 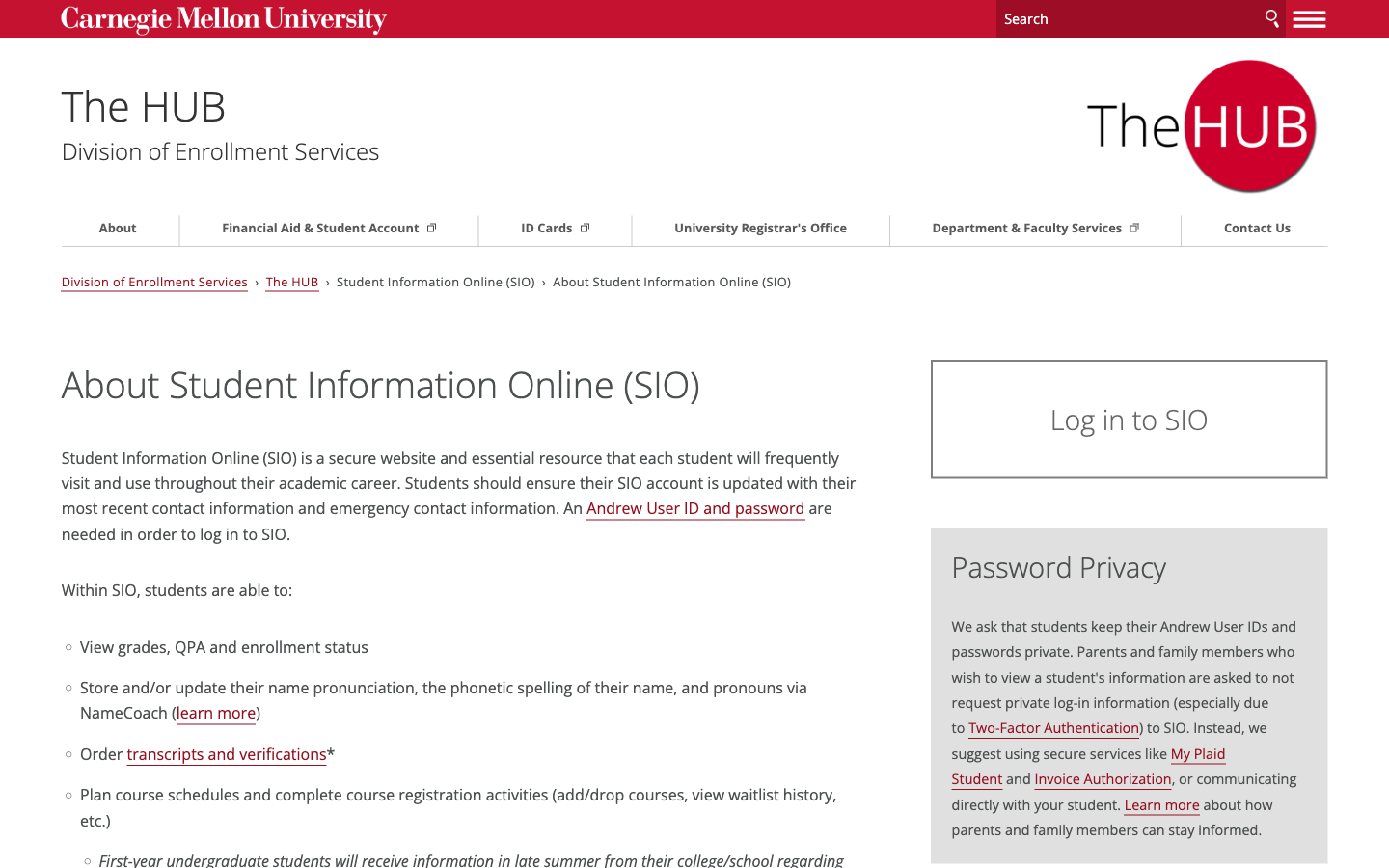 What do you see at coordinates (352, 227) in the screenshot?
I see `the Student Financial Support Page` at bounding box center [352, 227].